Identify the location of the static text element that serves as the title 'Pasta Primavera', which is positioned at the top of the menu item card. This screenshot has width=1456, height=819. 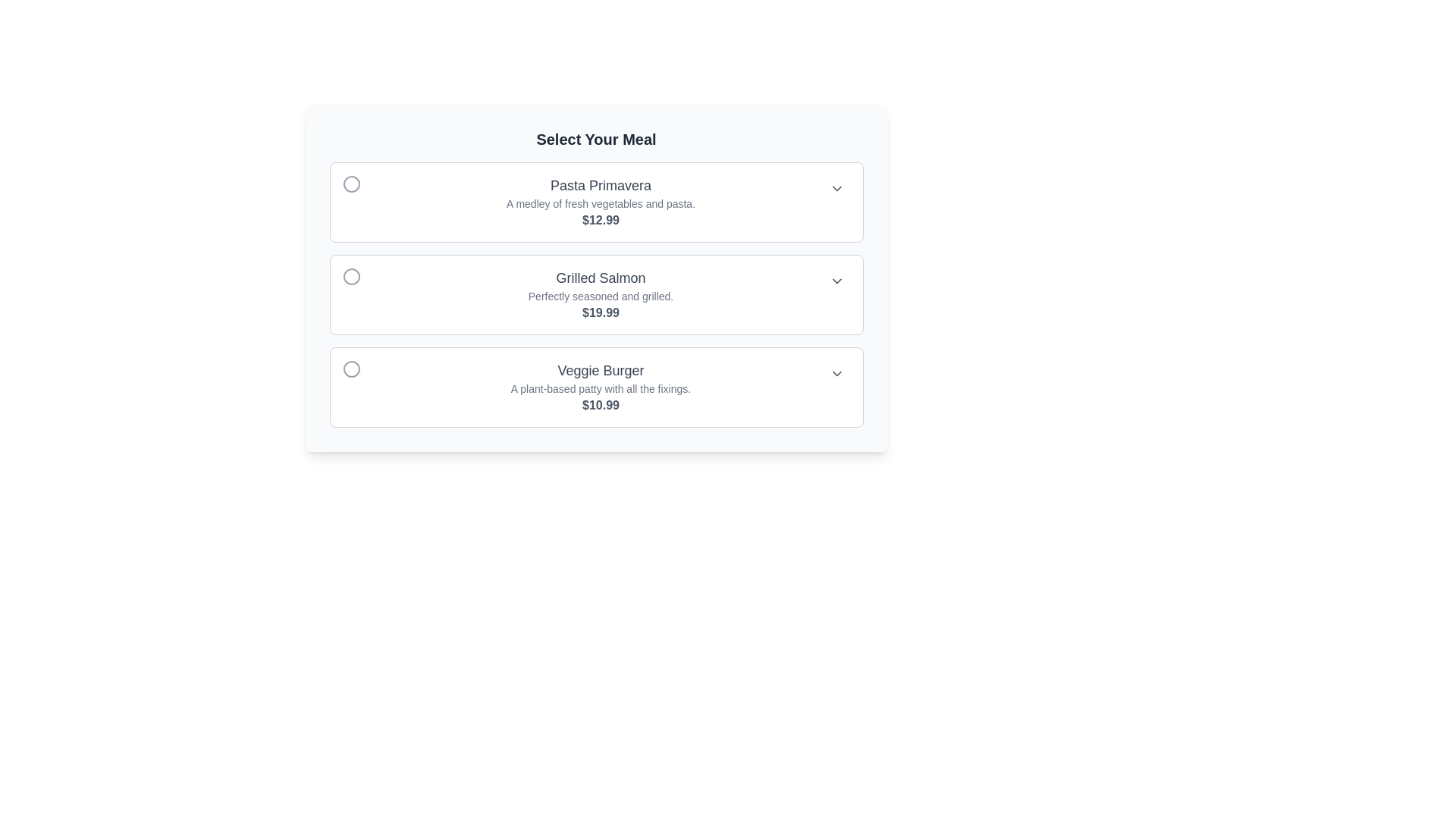
(600, 185).